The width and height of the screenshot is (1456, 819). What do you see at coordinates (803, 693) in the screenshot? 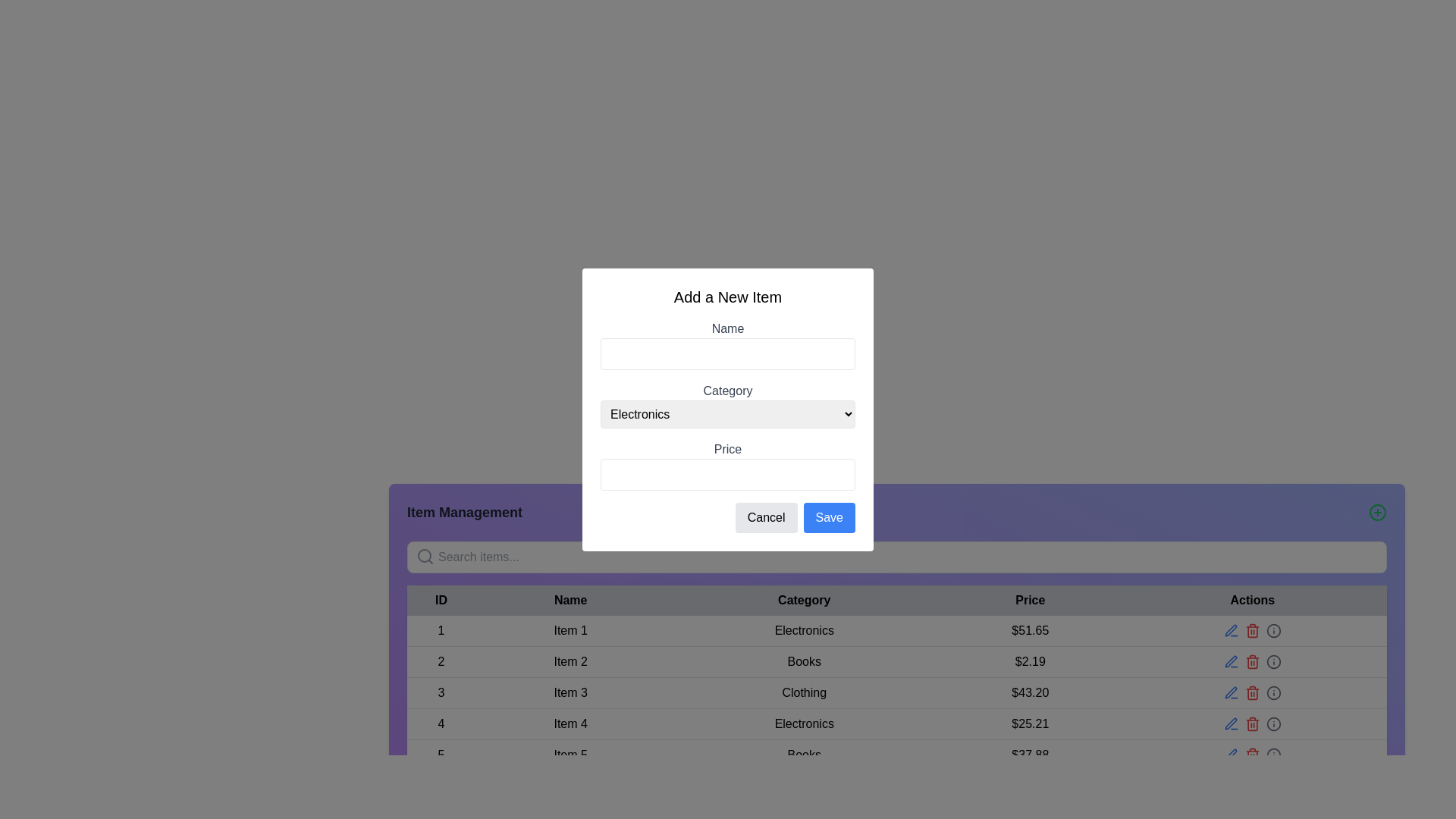
I see `text content of the 'Clothing' text label located in the third row of the table under the 'Category' column` at bounding box center [803, 693].